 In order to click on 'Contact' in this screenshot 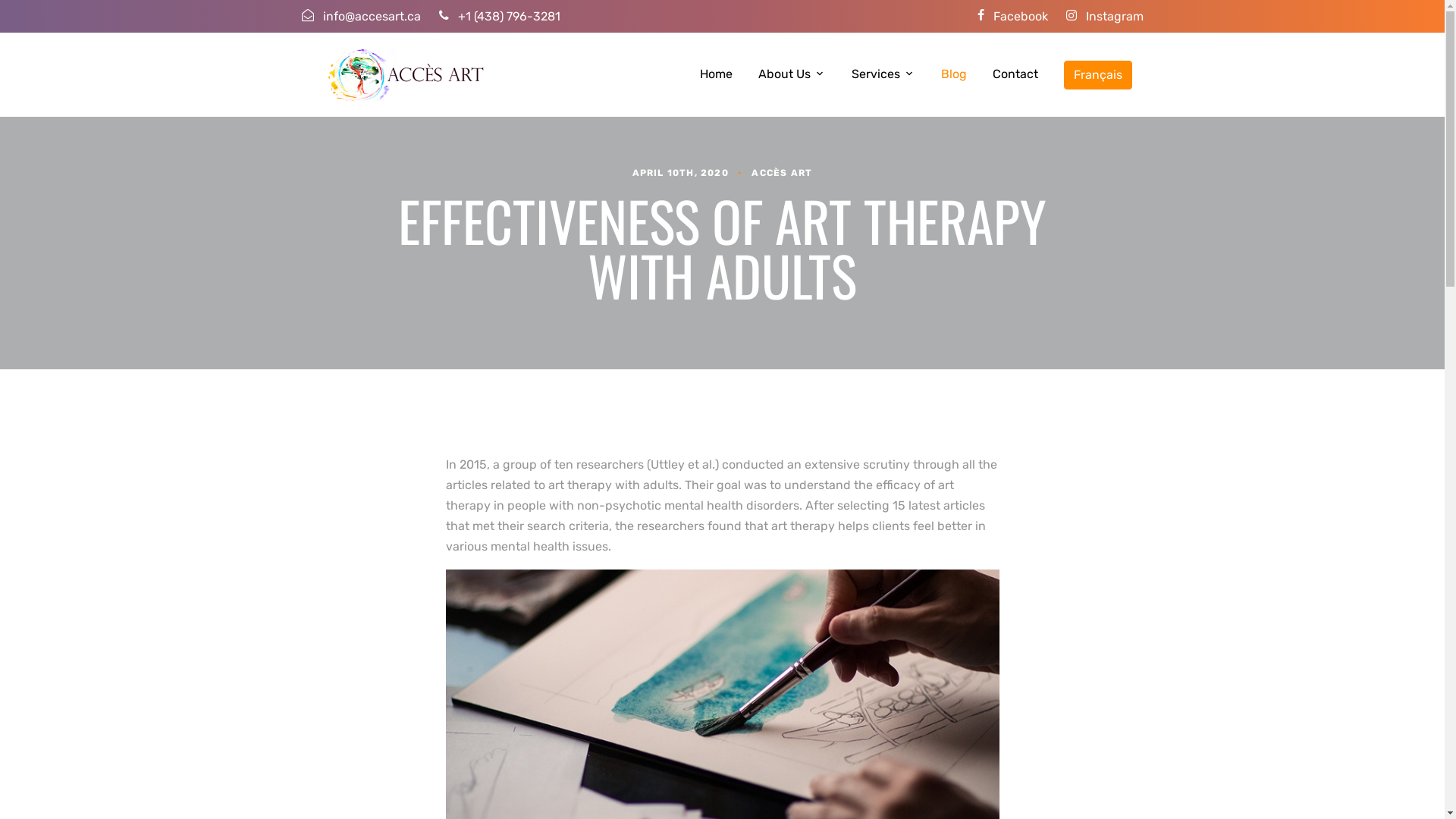, I will do `click(1015, 74)`.